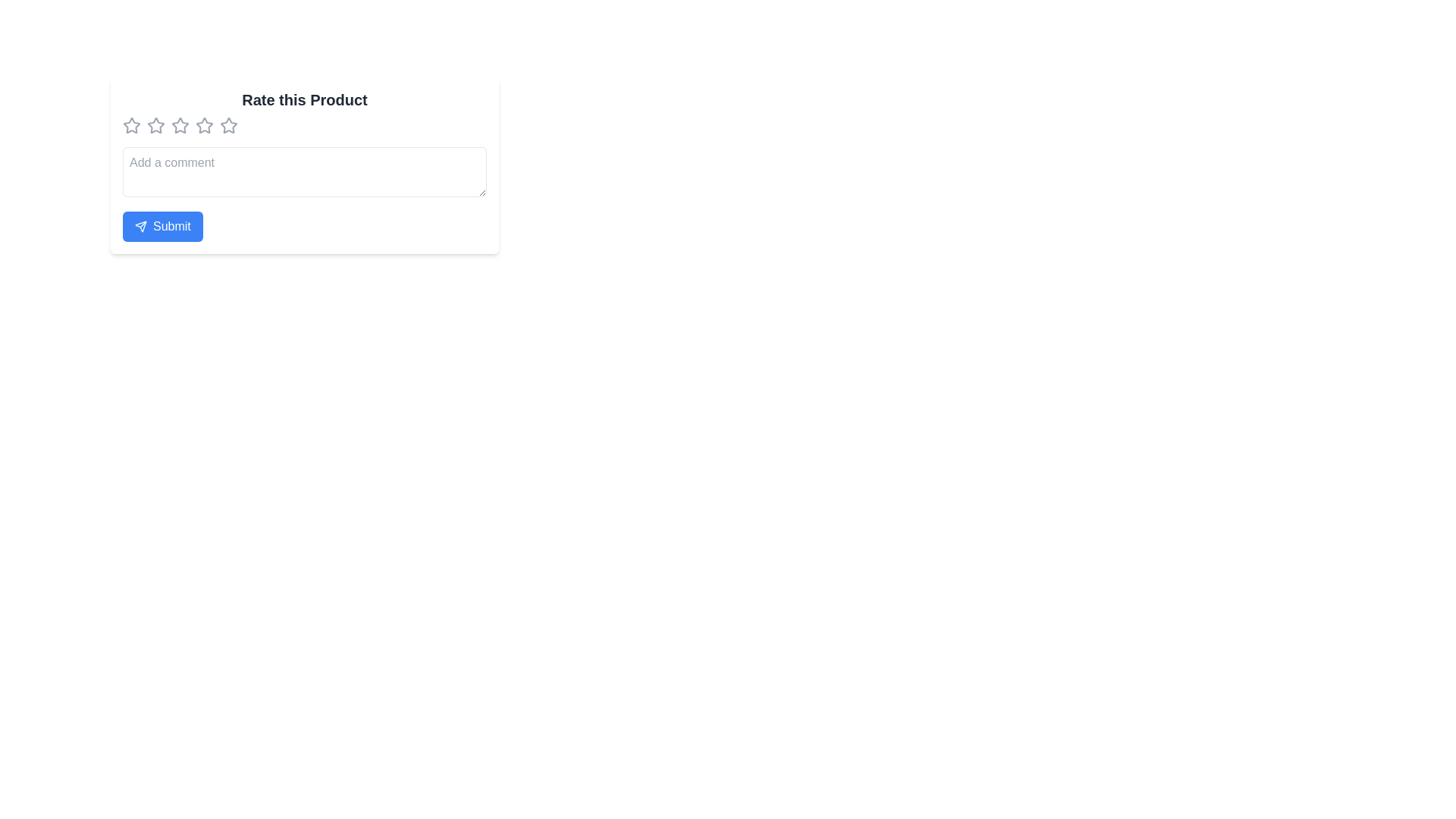 The width and height of the screenshot is (1456, 819). I want to click on the first star icon in the rating system, so click(131, 124).